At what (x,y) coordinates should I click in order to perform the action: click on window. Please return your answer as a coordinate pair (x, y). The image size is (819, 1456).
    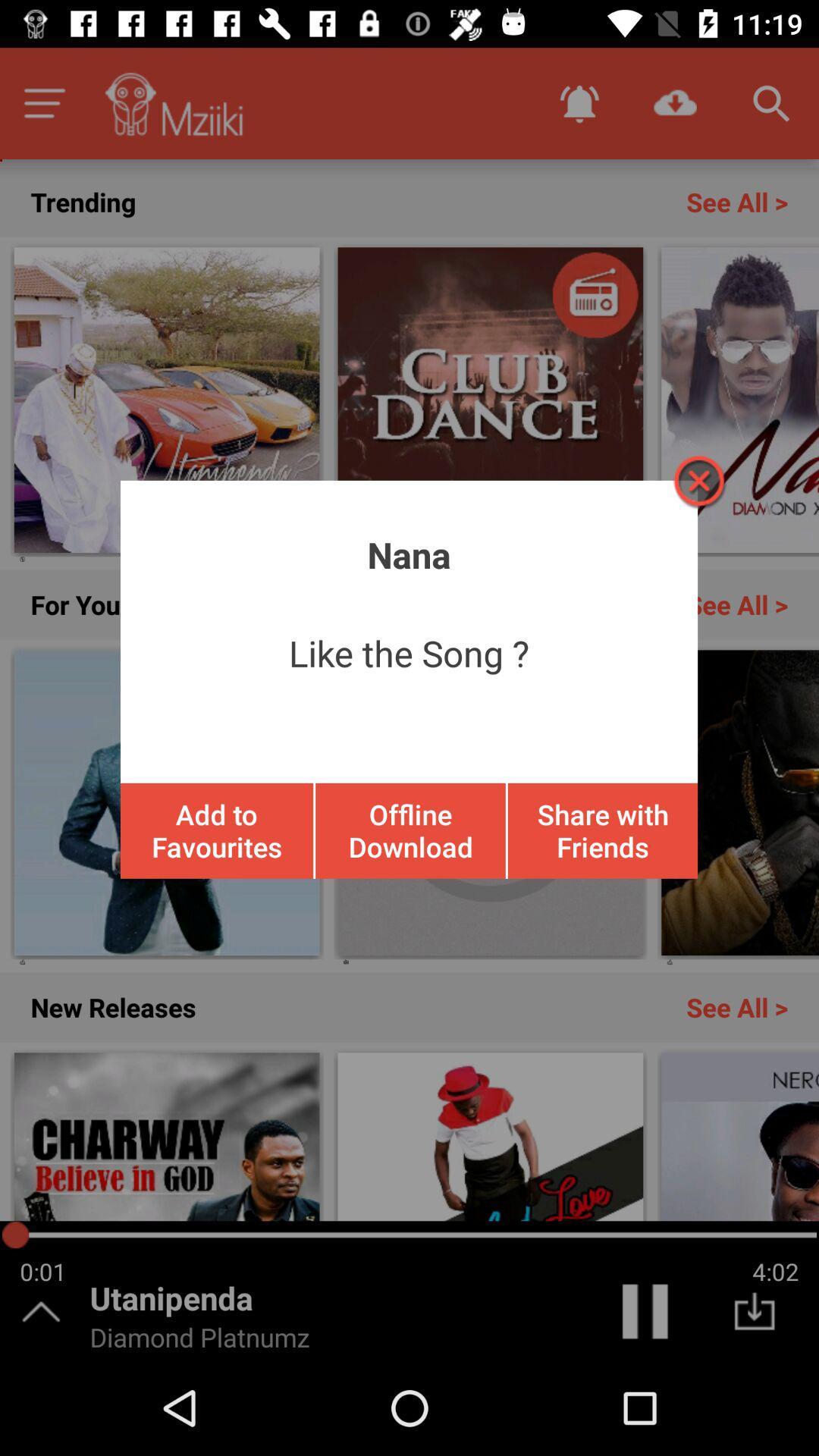
    Looking at the image, I should click on (698, 480).